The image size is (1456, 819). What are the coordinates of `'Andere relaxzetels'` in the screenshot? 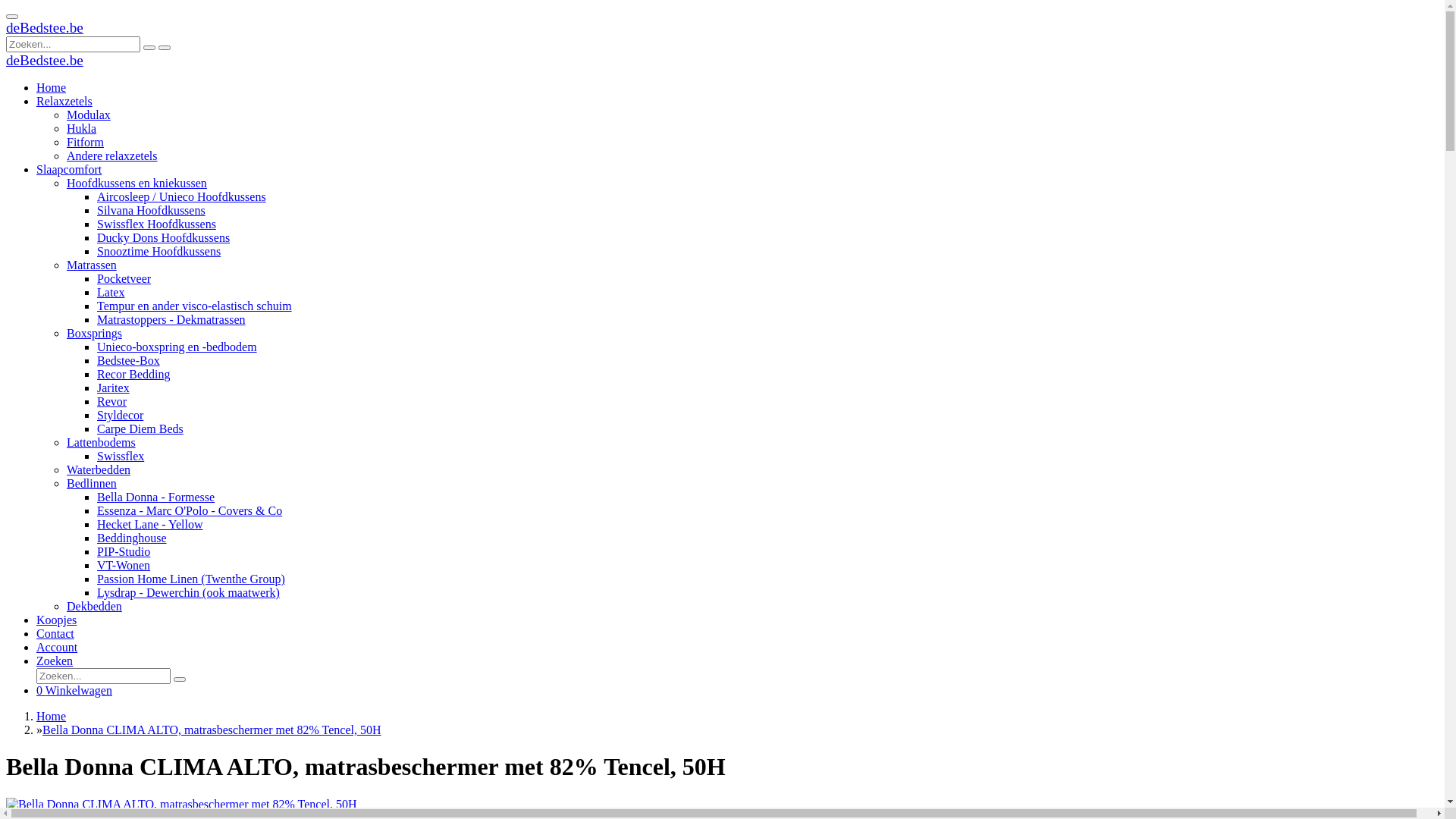 It's located at (111, 155).